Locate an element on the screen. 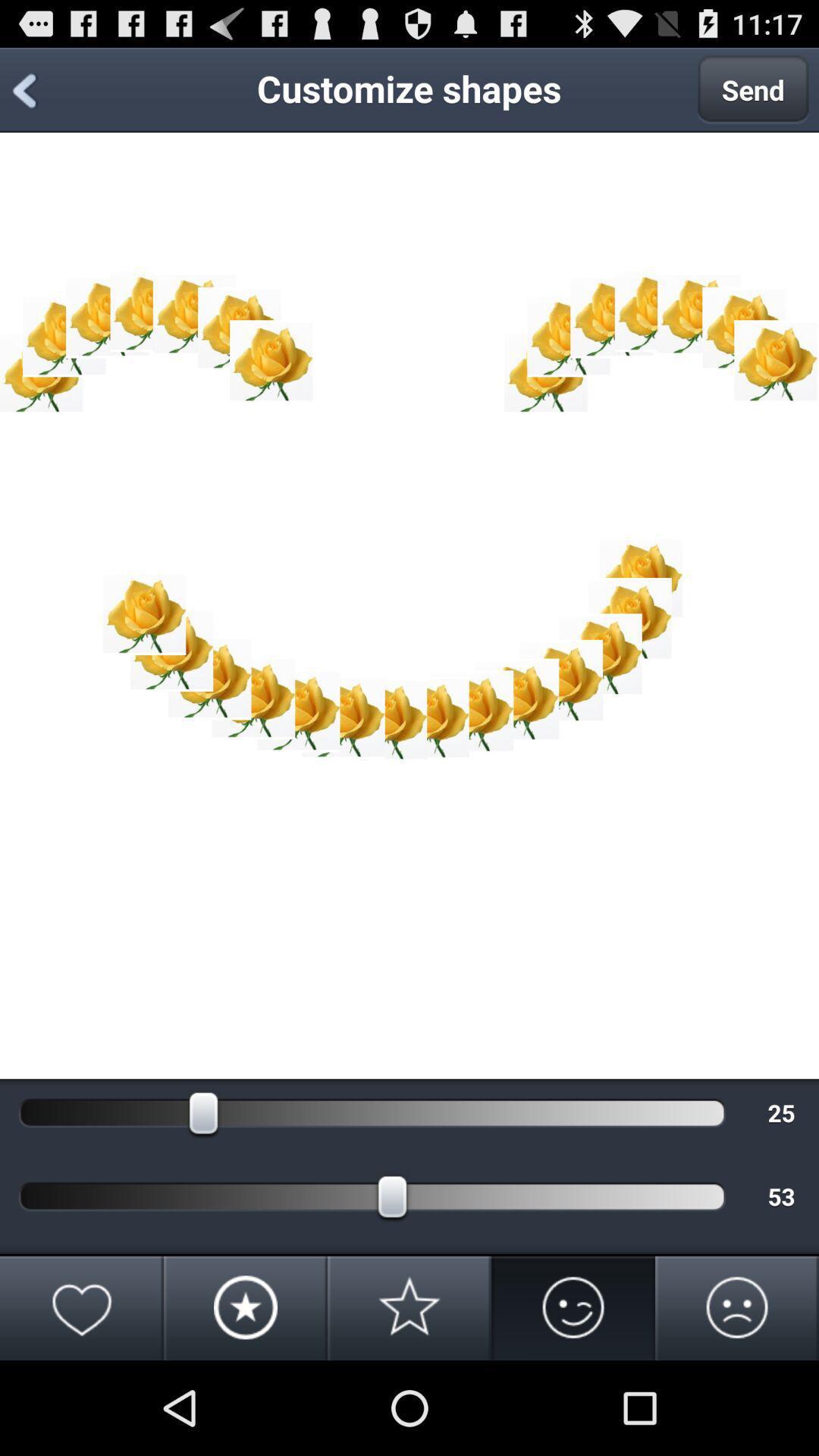  the icon next to the customize shapes is located at coordinates (753, 89).